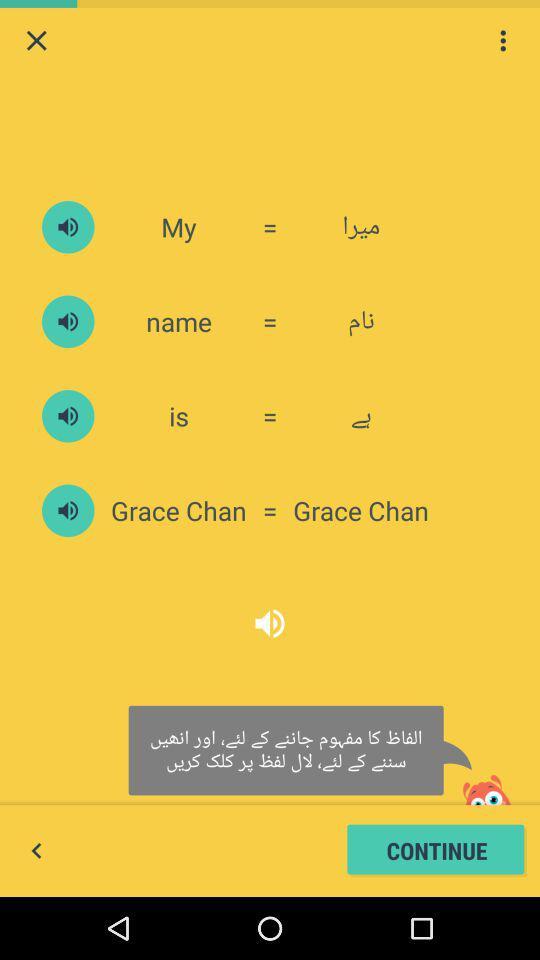  Describe the element at coordinates (36, 42) in the screenshot. I see `the close icon` at that location.